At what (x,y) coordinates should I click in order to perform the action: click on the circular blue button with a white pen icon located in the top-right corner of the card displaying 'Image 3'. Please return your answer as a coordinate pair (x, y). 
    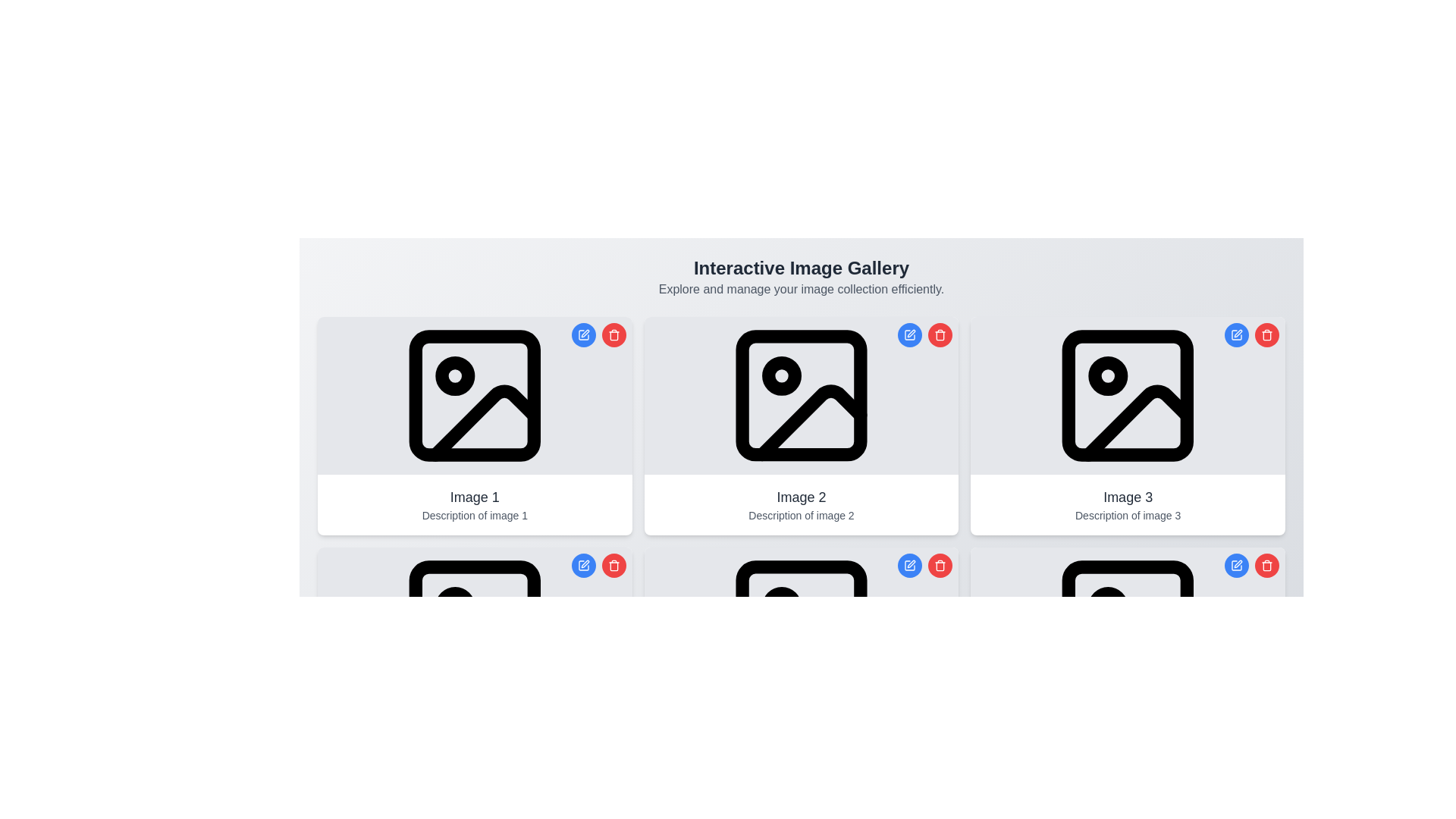
    Looking at the image, I should click on (1237, 565).